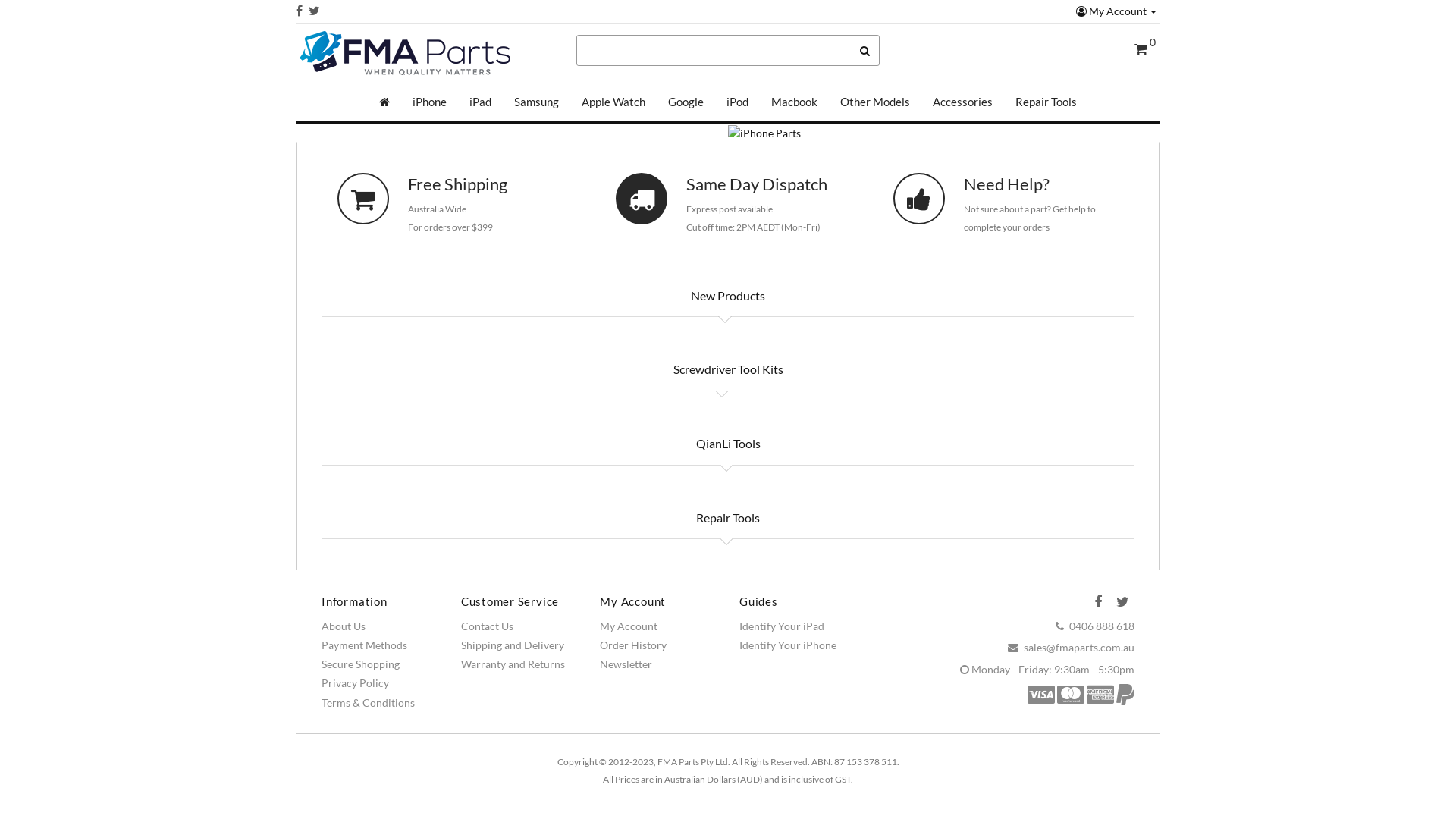 The height and width of the screenshot is (819, 1456). What do you see at coordinates (728, 133) in the screenshot?
I see `'iPhone Parts'` at bounding box center [728, 133].